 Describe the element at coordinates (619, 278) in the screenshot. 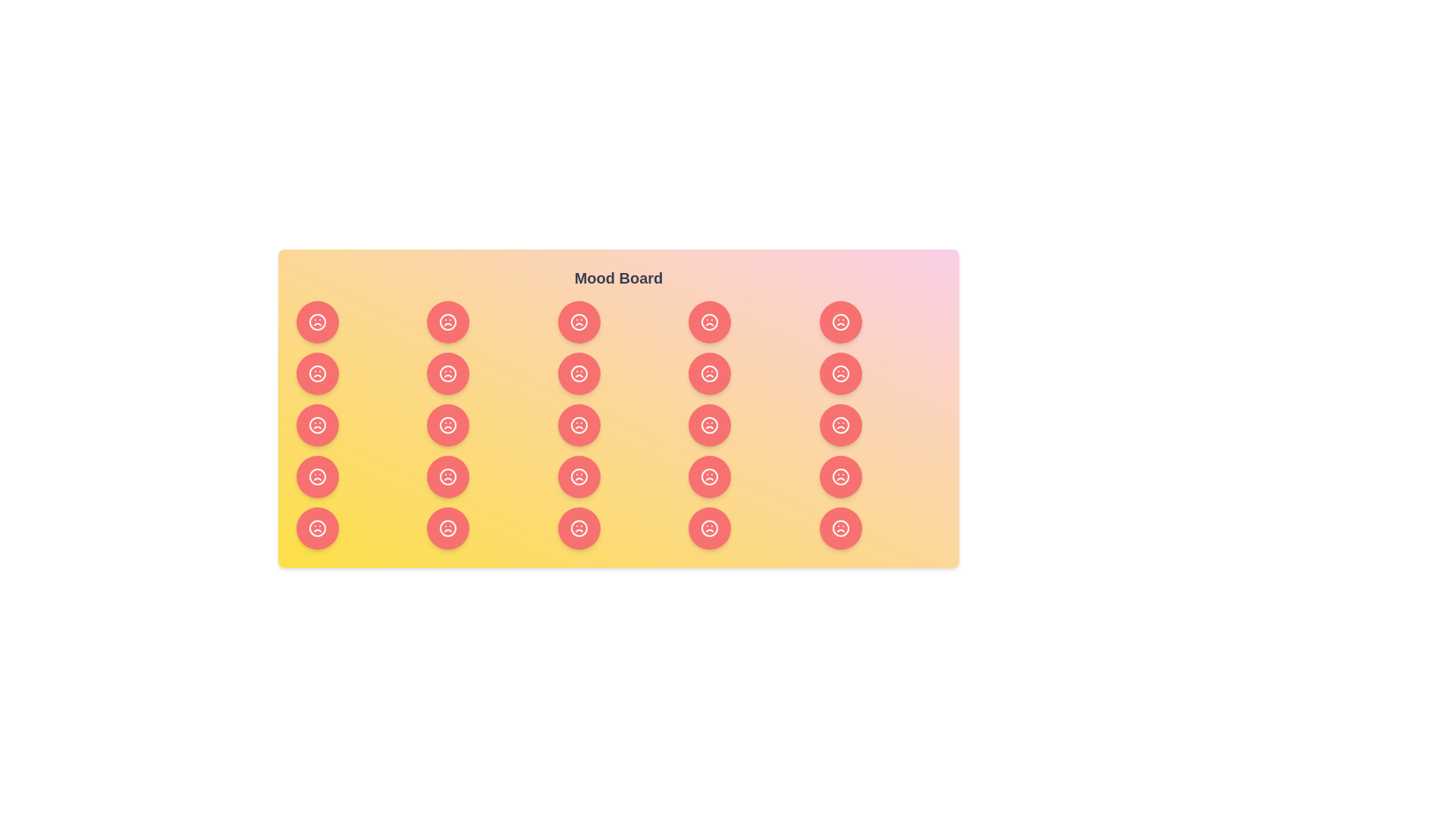

I see `the text 'Mood Board' displayed at the top of the component` at that location.